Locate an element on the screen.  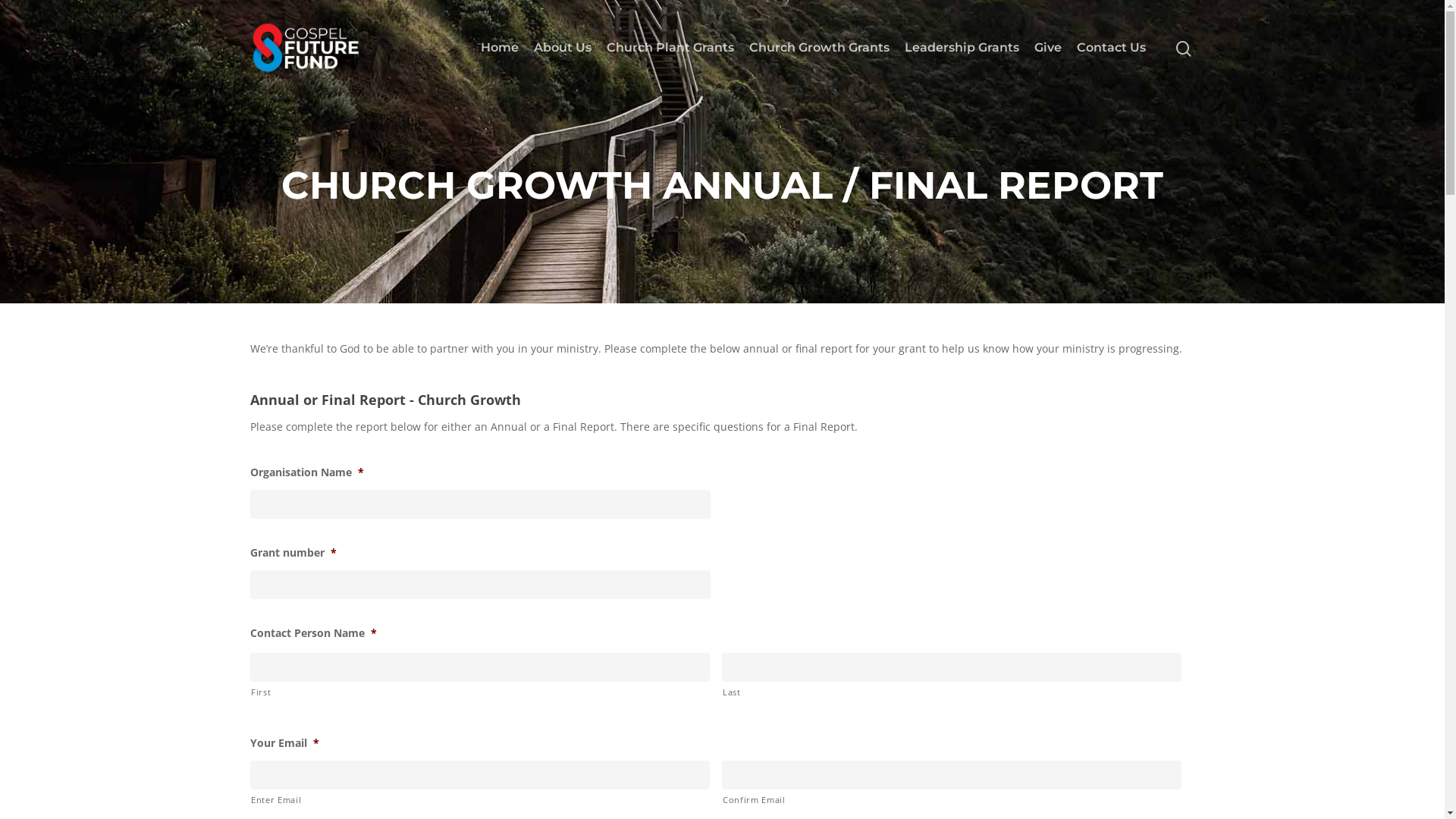
'Church Plant Grants' is located at coordinates (669, 46).